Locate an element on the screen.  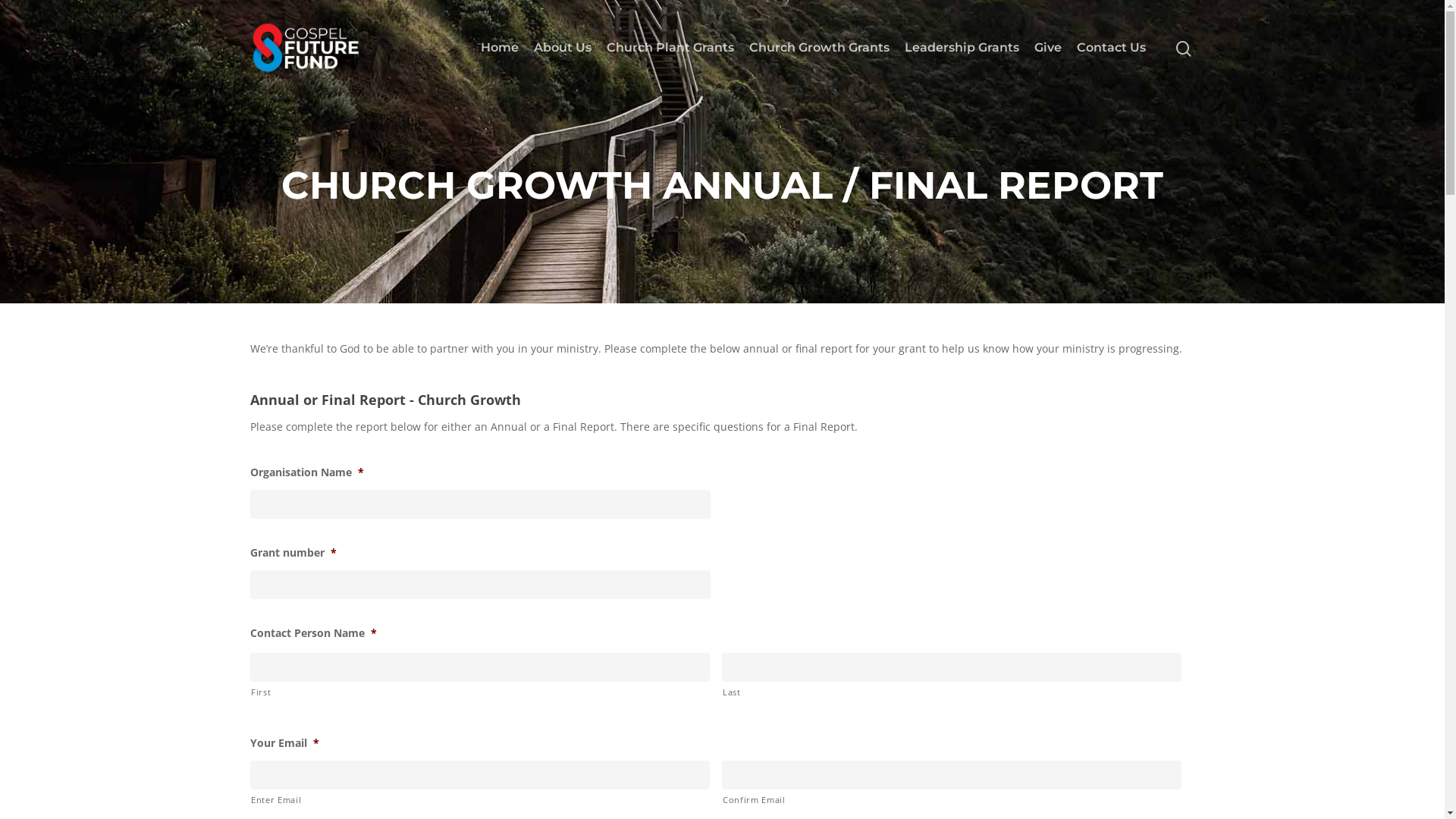
'Church Plant Grants' is located at coordinates (669, 46).